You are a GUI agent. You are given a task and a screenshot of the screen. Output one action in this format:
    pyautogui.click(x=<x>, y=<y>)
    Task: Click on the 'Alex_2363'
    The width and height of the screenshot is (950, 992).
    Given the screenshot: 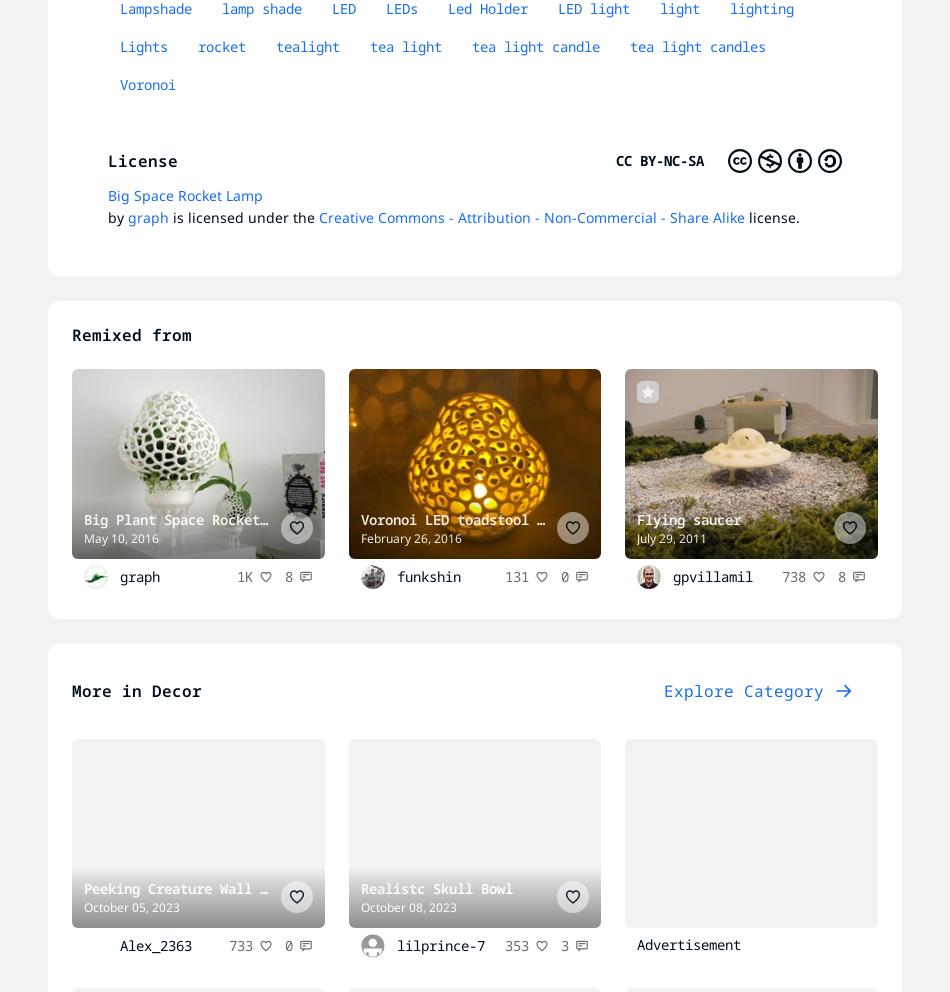 What is the action you would take?
    pyautogui.click(x=155, y=944)
    